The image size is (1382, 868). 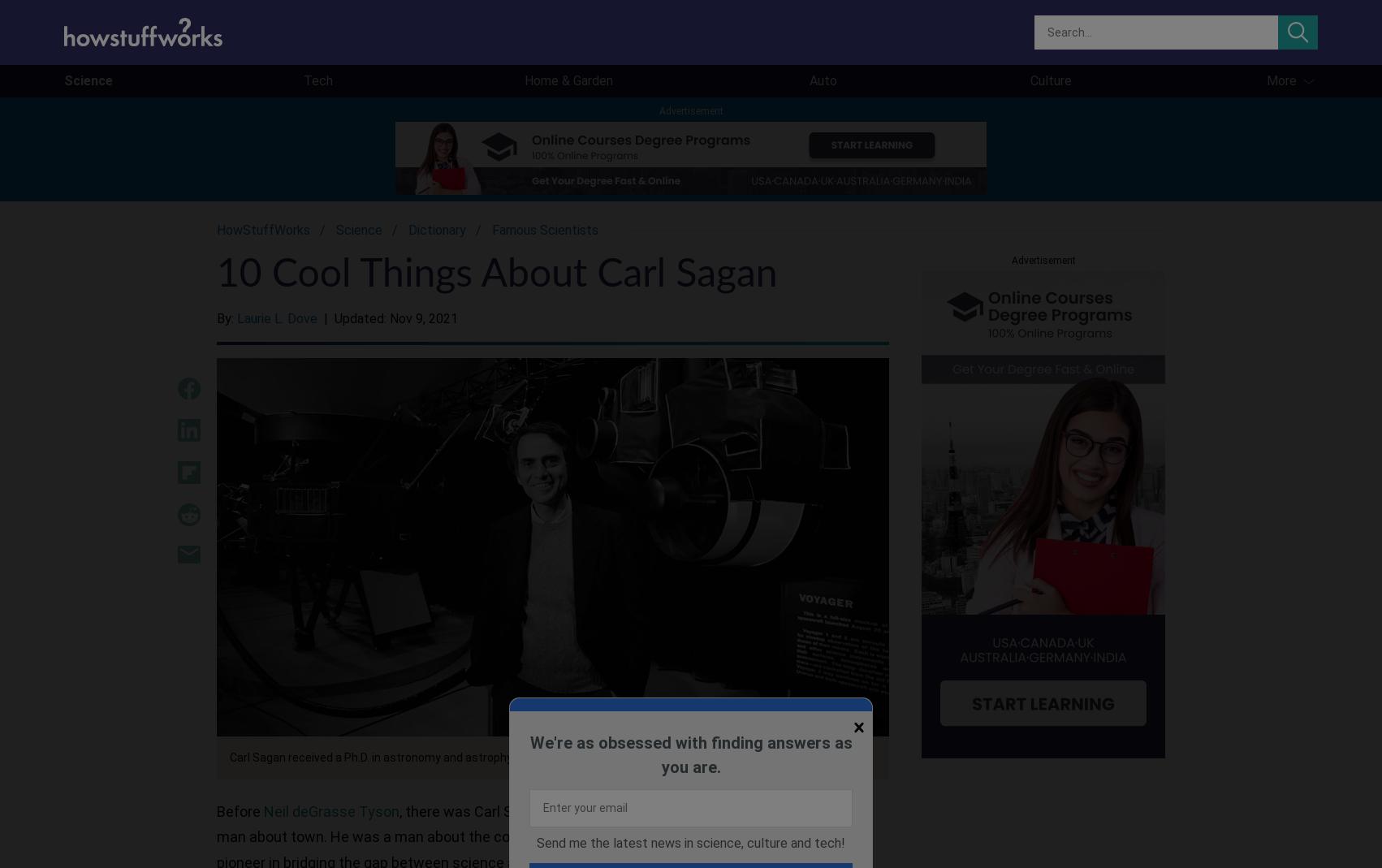 What do you see at coordinates (635, 757) in the screenshot?
I see `'Tony Korody/Sygma via Getty Images'` at bounding box center [635, 757].